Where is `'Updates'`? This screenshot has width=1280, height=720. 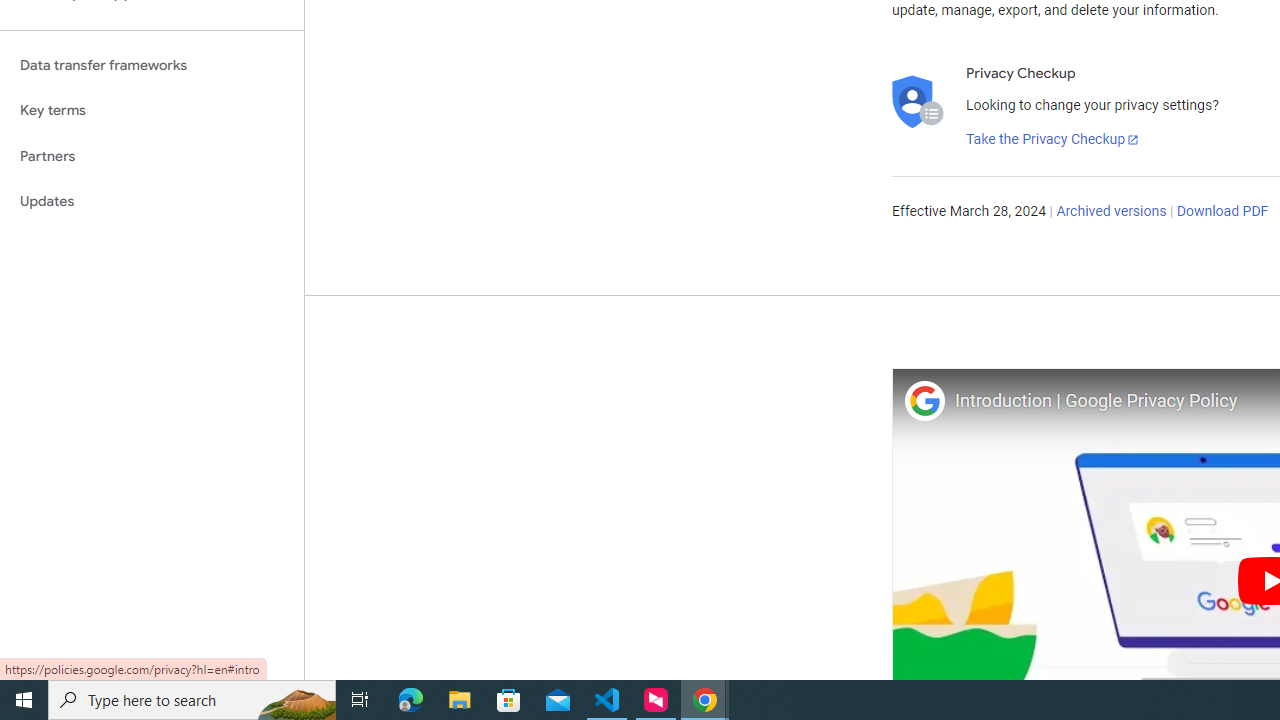 'Updates' is located at coordinates (151, 201).